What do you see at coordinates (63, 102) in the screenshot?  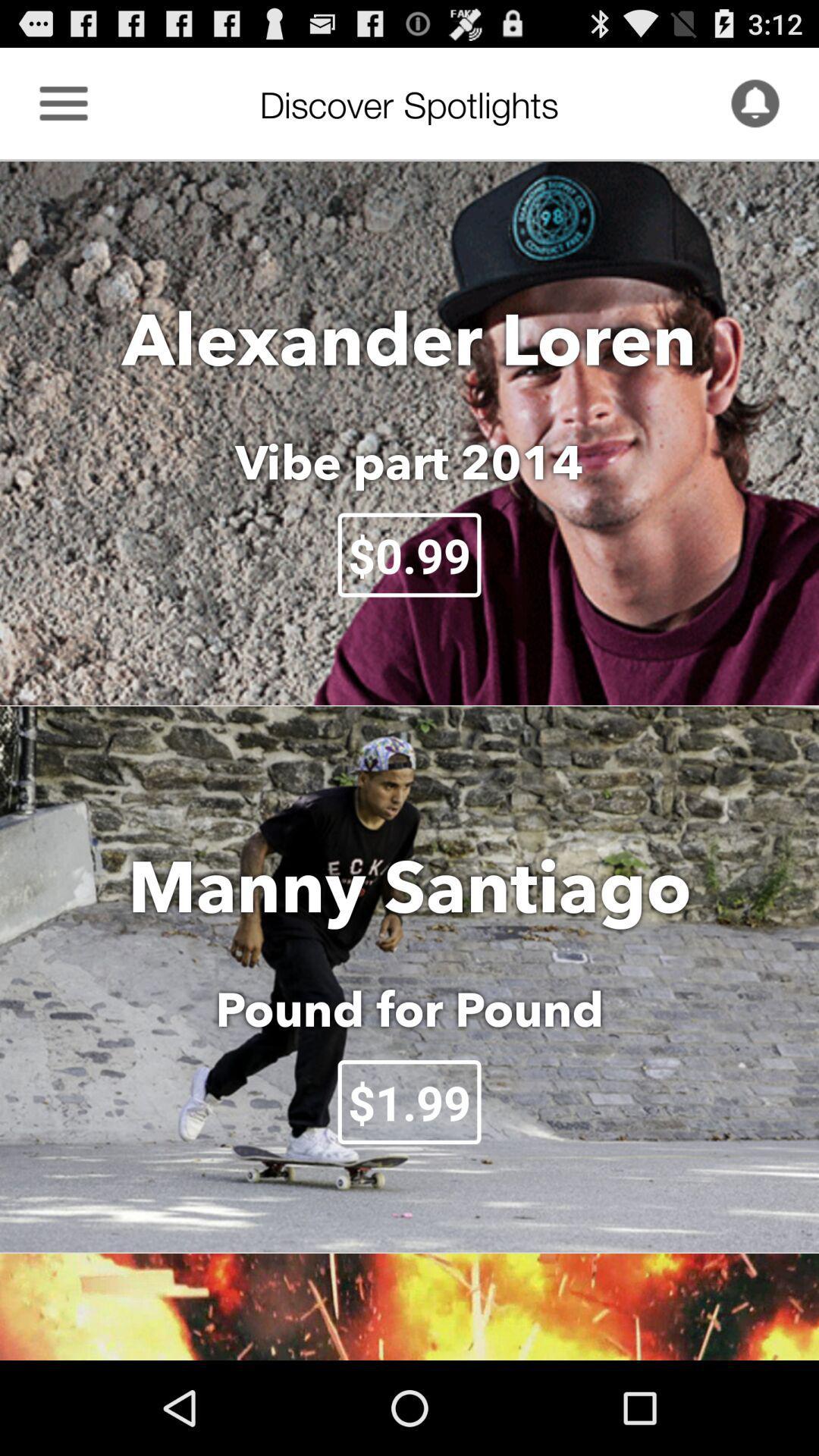 I see `the icon at the top left corner` at bounding box center [63, 102].